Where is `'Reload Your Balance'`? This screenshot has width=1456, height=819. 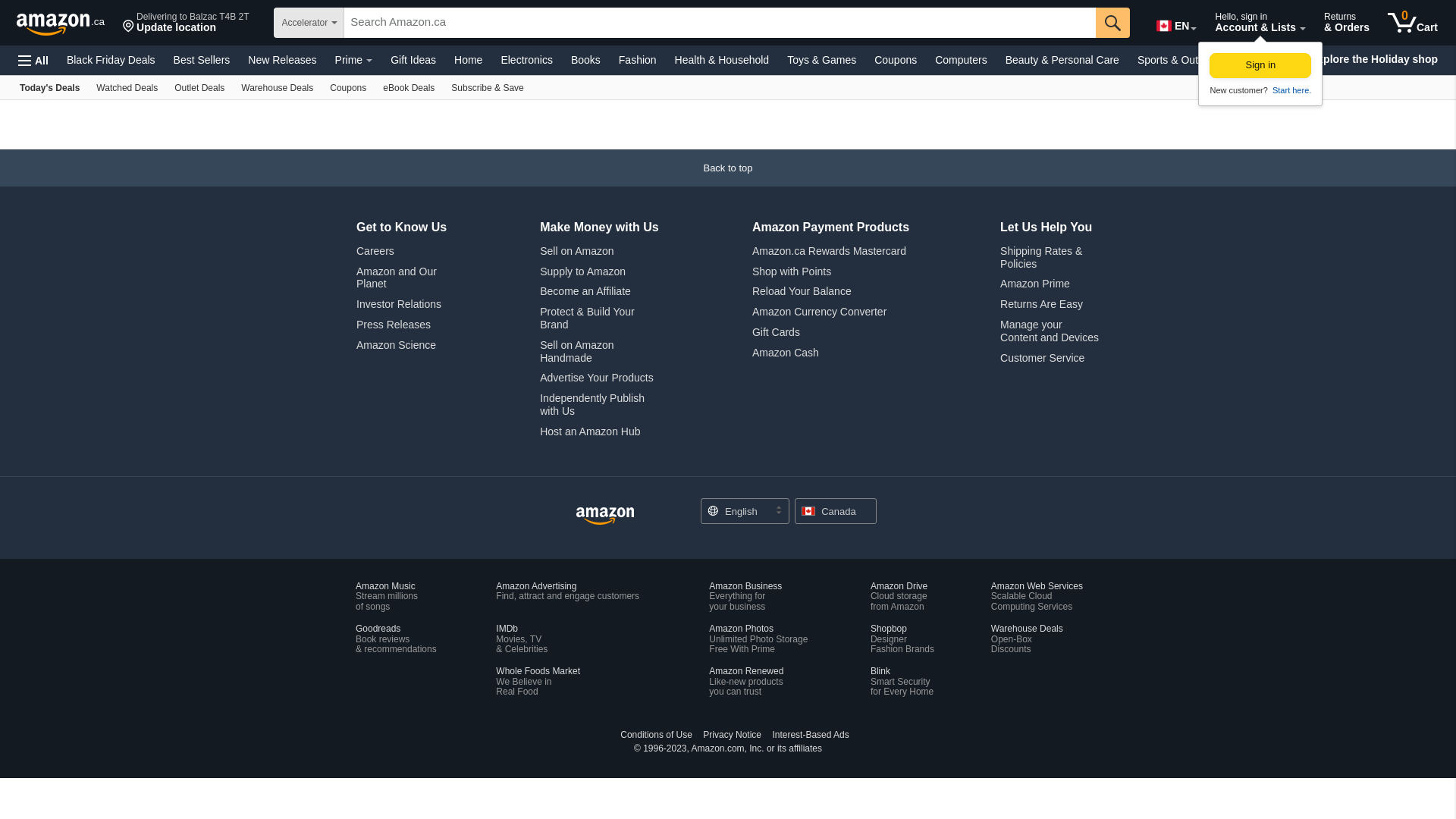
'Reload Your Balance' is located at coordinates (801, 291).